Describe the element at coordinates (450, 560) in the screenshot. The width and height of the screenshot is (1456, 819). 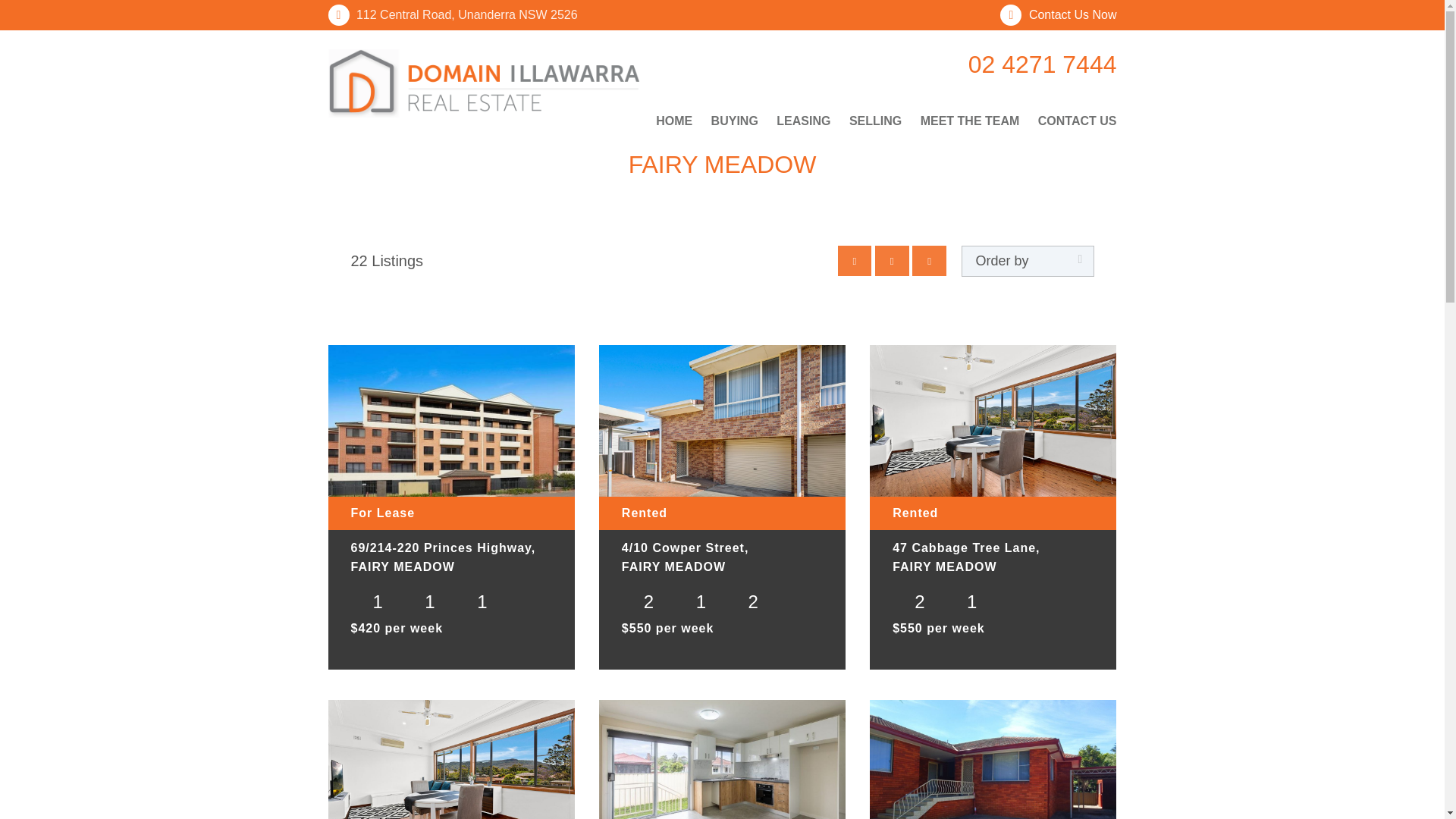
I see `'69/214-220 Princes Highway,` at that location.